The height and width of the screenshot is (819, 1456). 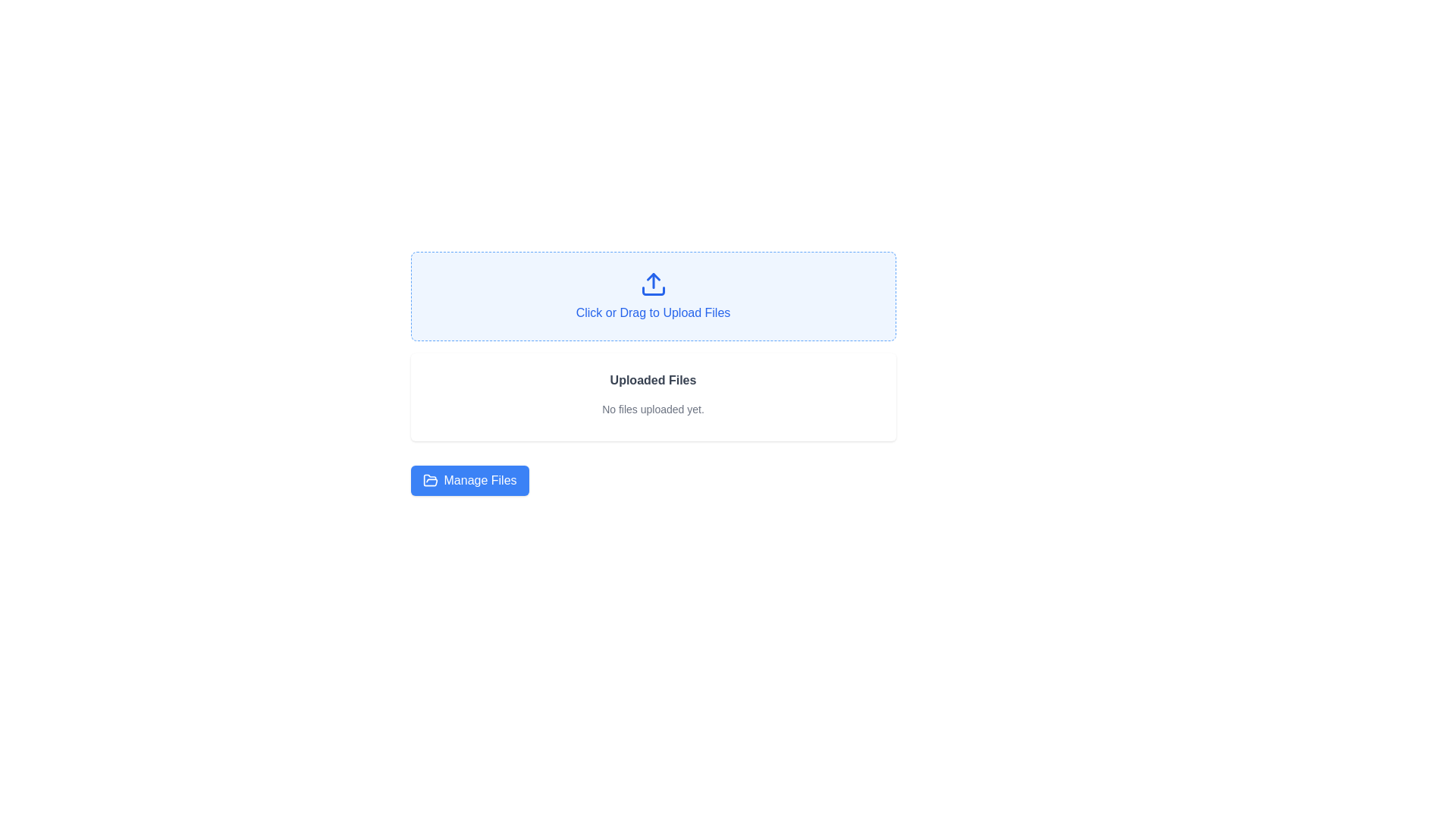 What do you see at coordinates (653, 284) in the screenshot?
I see `the blue upload icon shaped like an upward-pointing arrow, which is centrally positioned within the light blue box labeled 'Click or Drag to Upload Files'` at bounding box center [653, 284].